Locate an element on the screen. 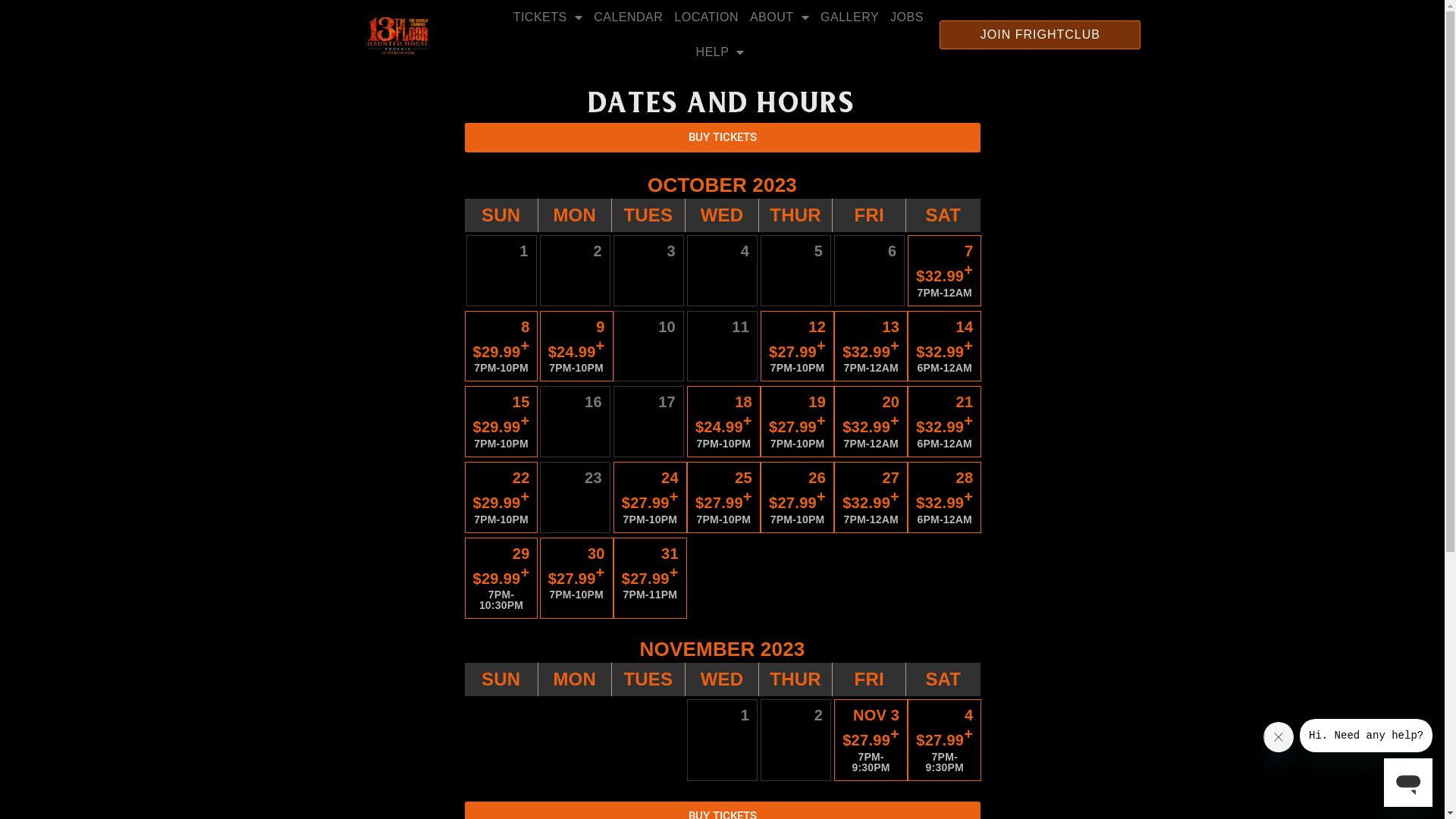 Image resolution: width=1456 pixels, height=819 pixels. 'LOCATION' is located at coordinates (705, 17).